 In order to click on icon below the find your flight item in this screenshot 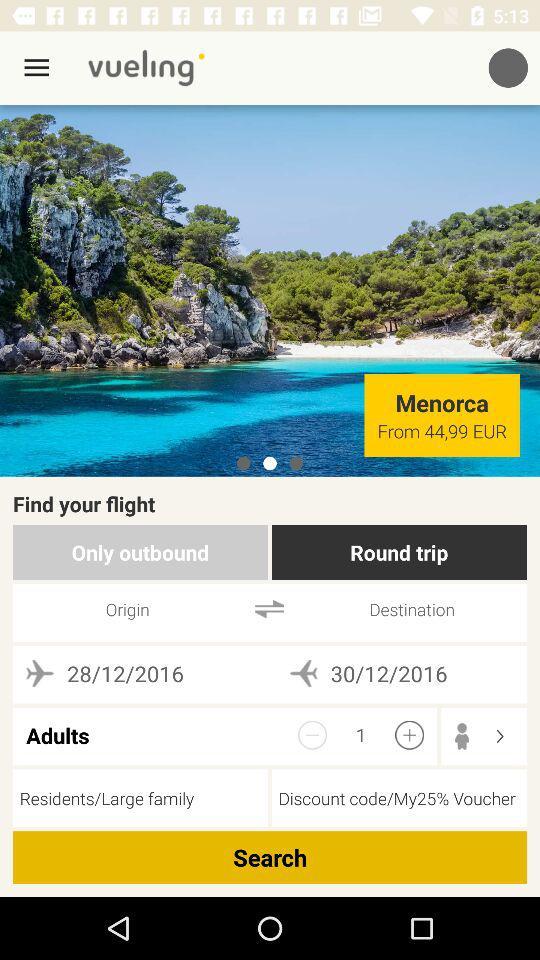, I will do `click(139, 552)`.